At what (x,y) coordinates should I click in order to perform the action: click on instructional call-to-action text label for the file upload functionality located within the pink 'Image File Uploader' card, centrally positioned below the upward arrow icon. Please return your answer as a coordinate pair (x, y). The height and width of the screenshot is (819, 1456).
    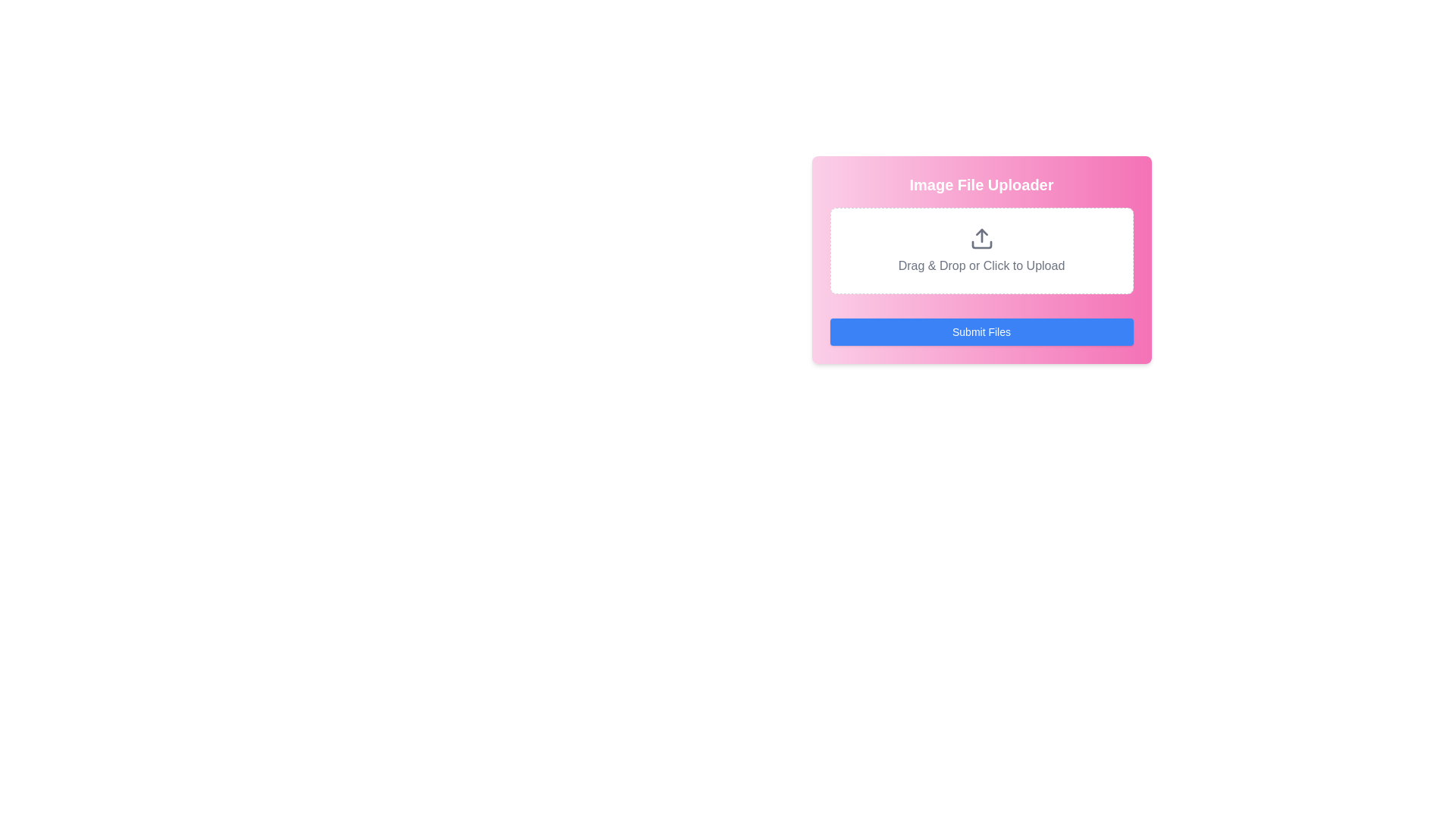
    Looking at the image, I should click on (981, 265).